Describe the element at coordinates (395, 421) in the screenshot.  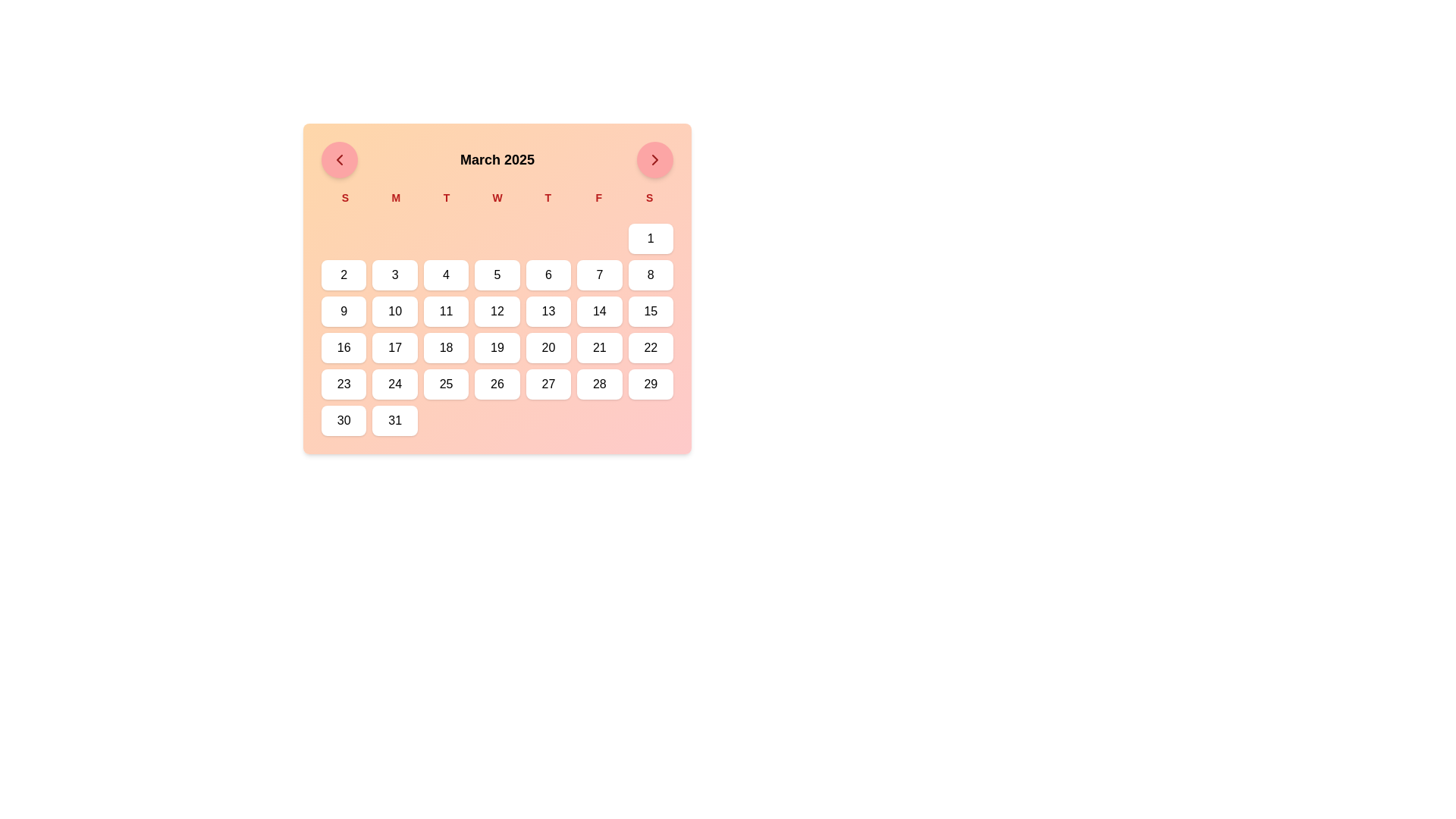
I see `the rounded rectangular button labeled '31' in the calendar interface` at that location.